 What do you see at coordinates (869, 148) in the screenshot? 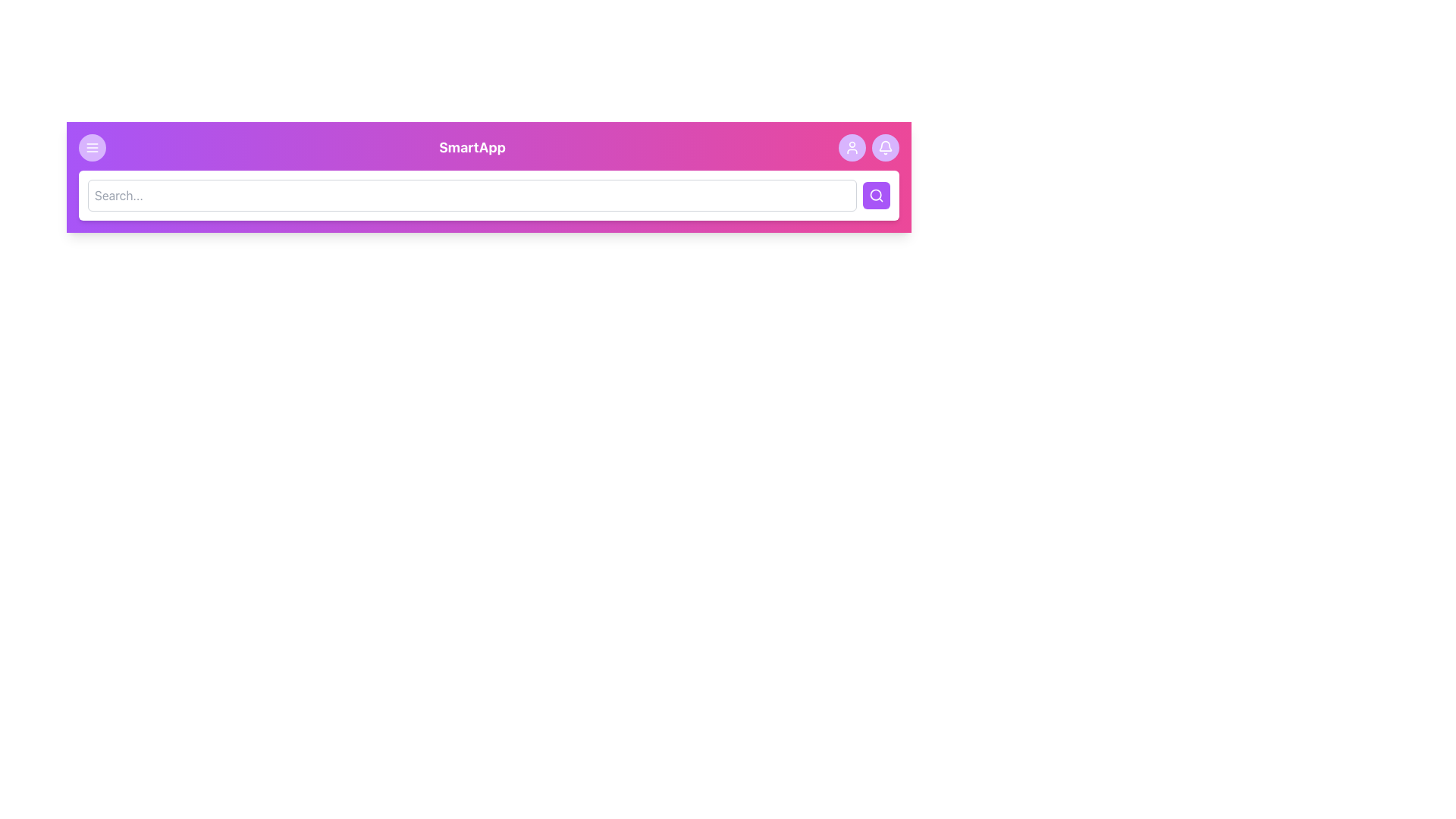
I see `the left circular button with a user profile icon in the interactive button group located at the top-right corner of the application interface` at bounding box center [869, 148].